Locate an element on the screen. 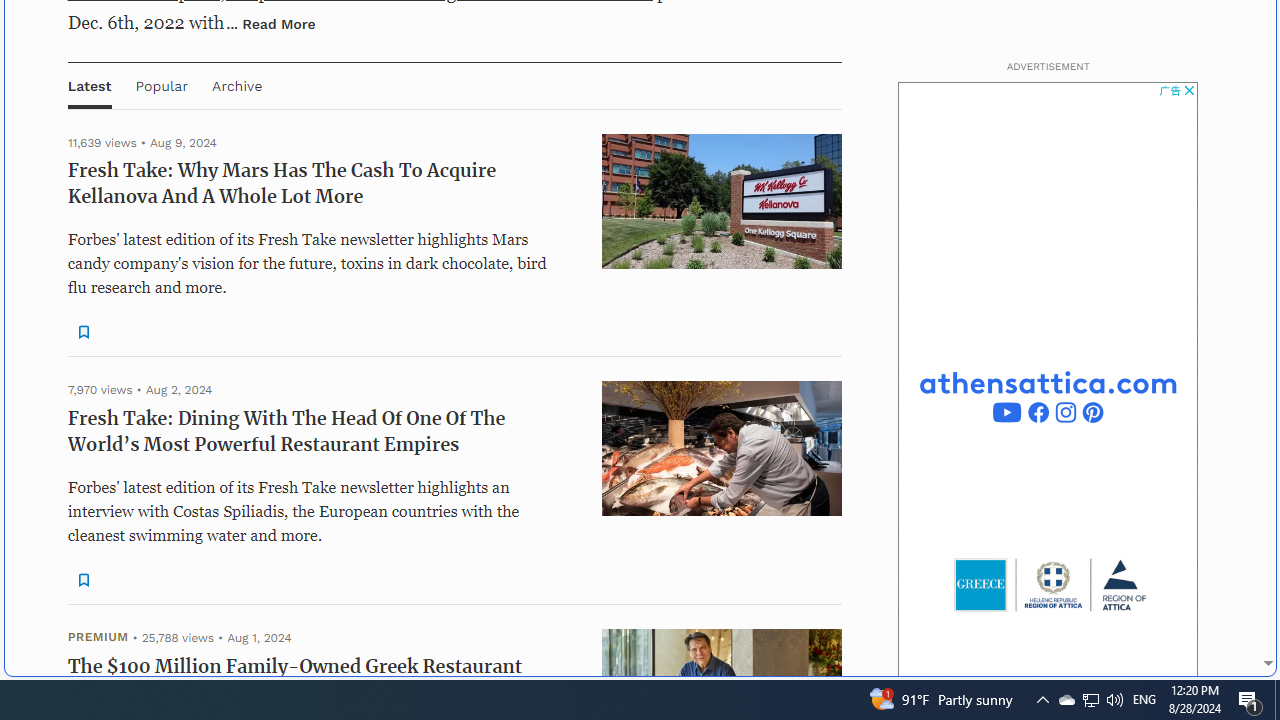  '... Read More' is located at coordinates (270, 23).